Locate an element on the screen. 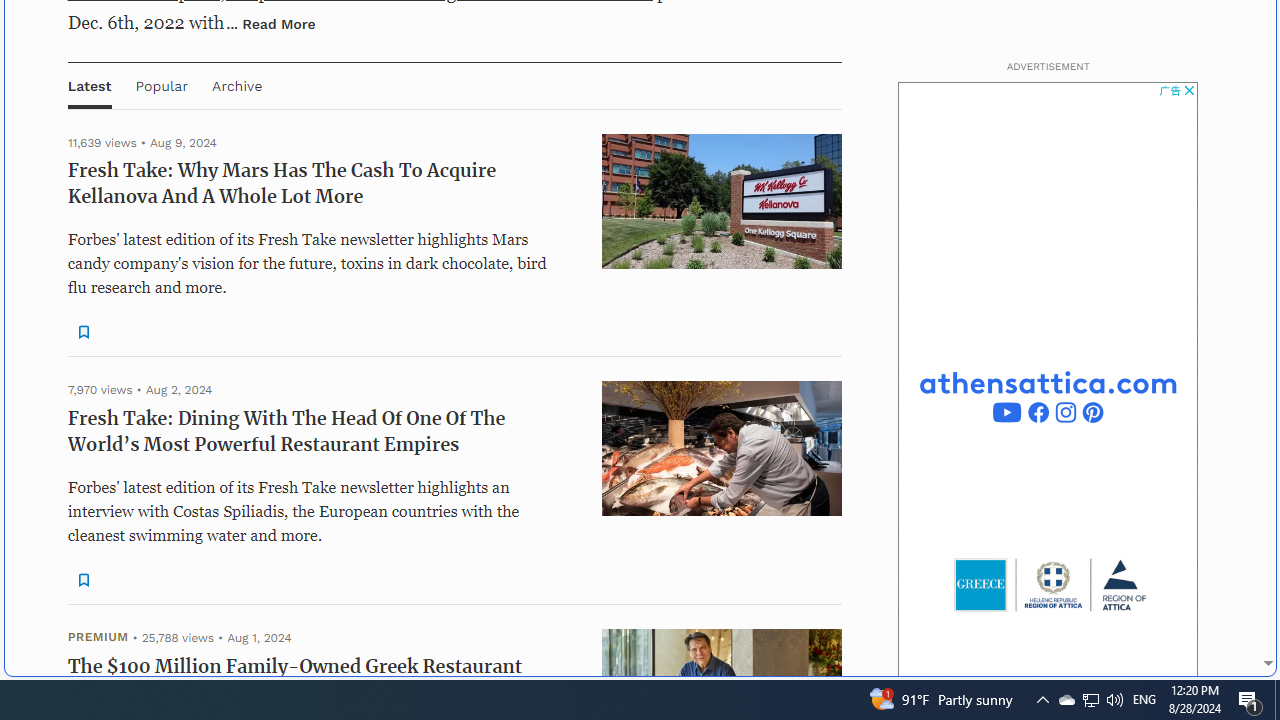  '... Read More' is located at coordinates (270, 23).